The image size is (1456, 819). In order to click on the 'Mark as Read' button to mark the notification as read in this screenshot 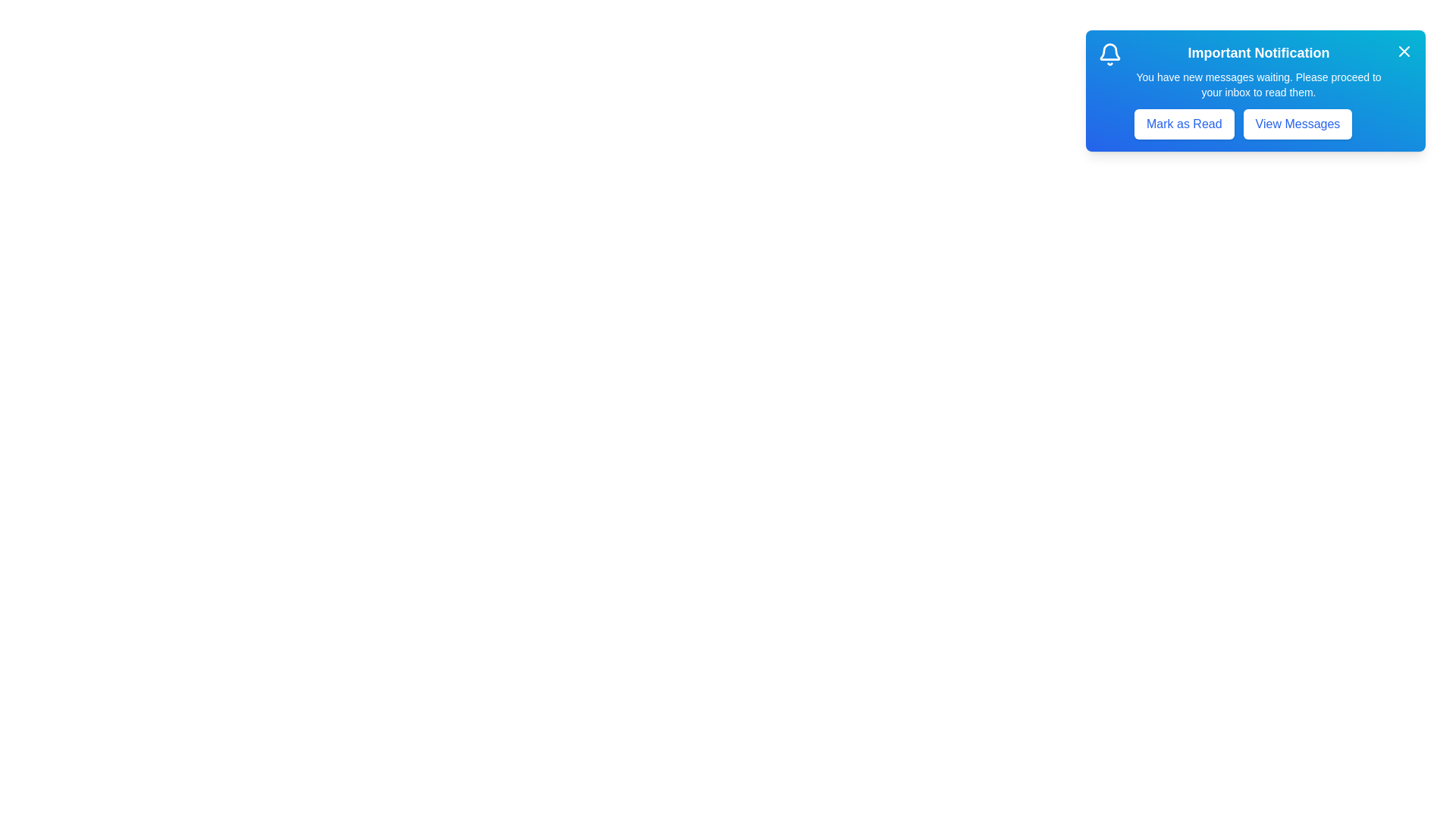, I will do `click(1182, 124)`.